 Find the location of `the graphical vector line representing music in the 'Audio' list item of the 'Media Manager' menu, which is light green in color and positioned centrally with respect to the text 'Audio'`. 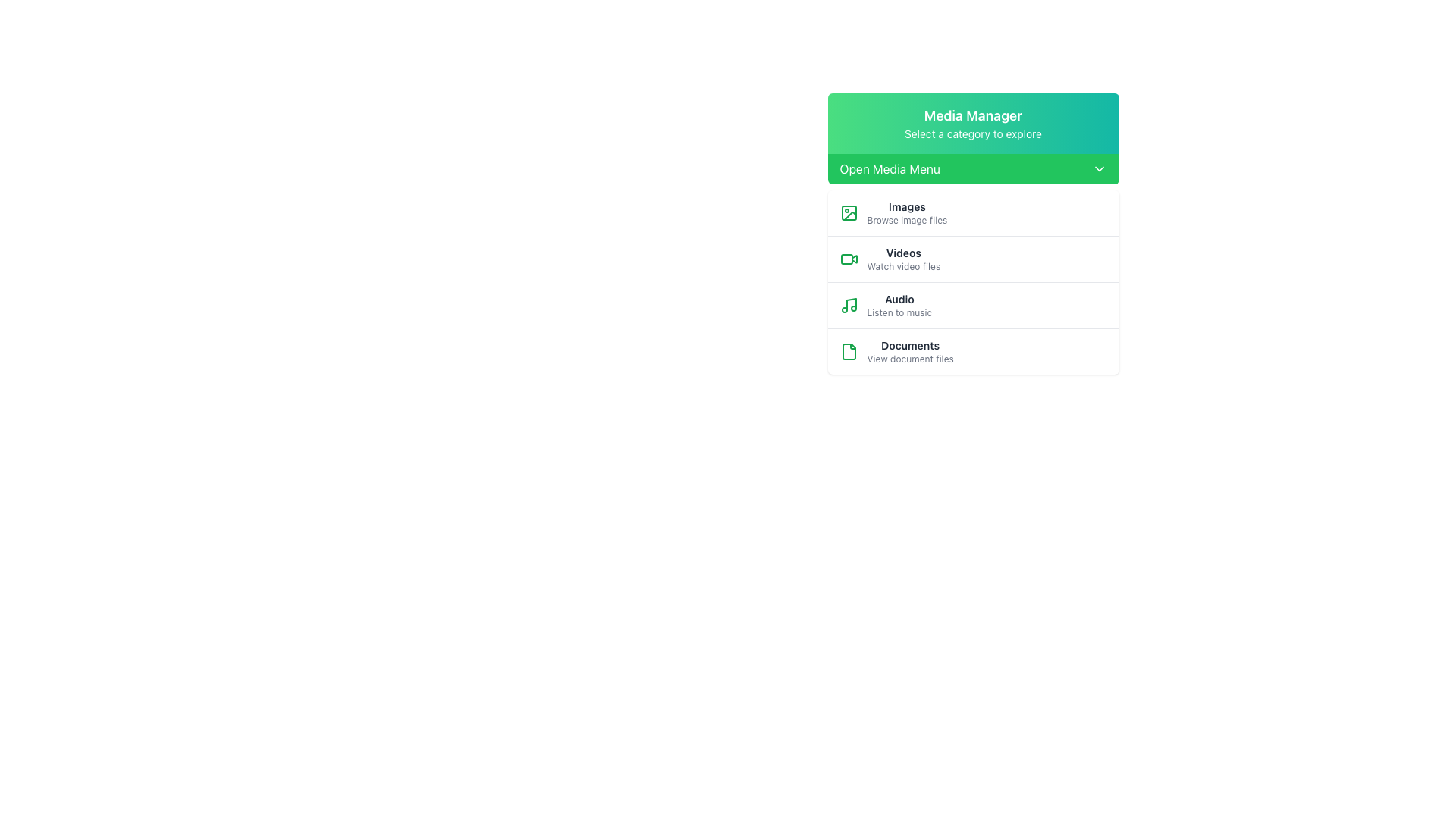

the graphical vector line representing music in the 'Audio' list item of the 'Media Manager' menu, which is light green in color and positioned centrally with respect to the text 'Audio' is located at coordinates (851, 304).